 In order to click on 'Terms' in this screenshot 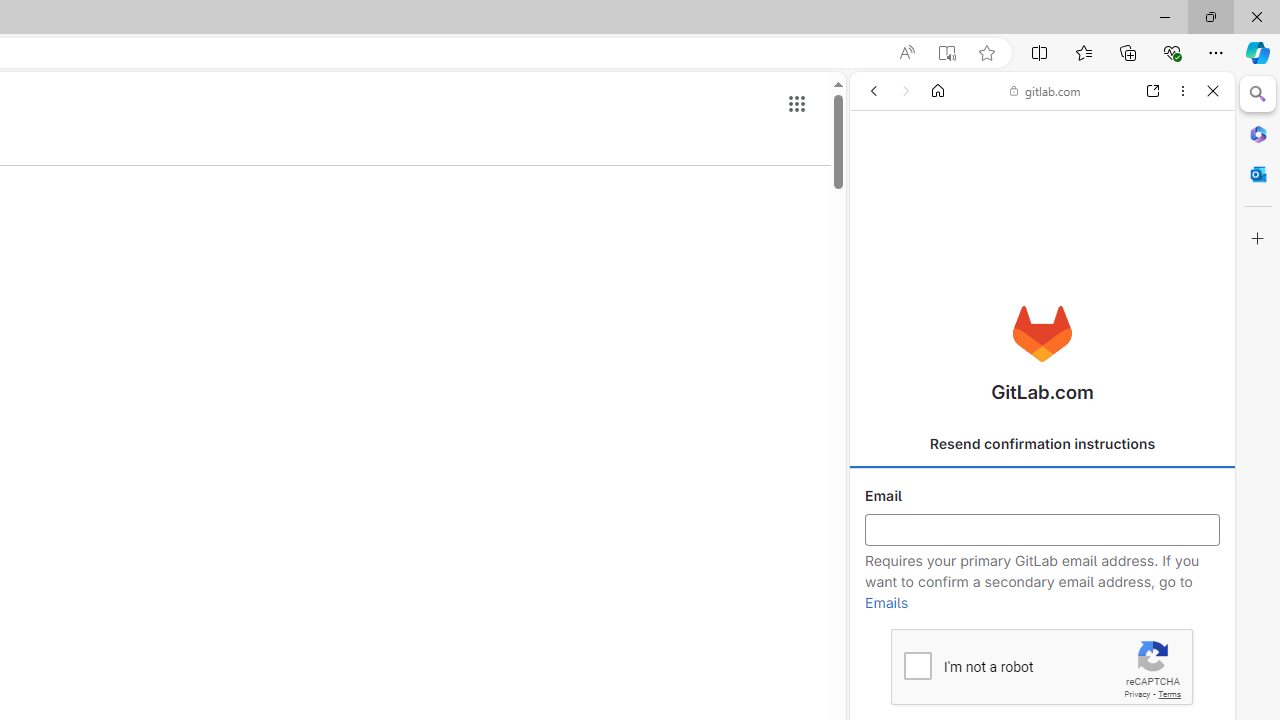, I will do `click(1169, 693)`.